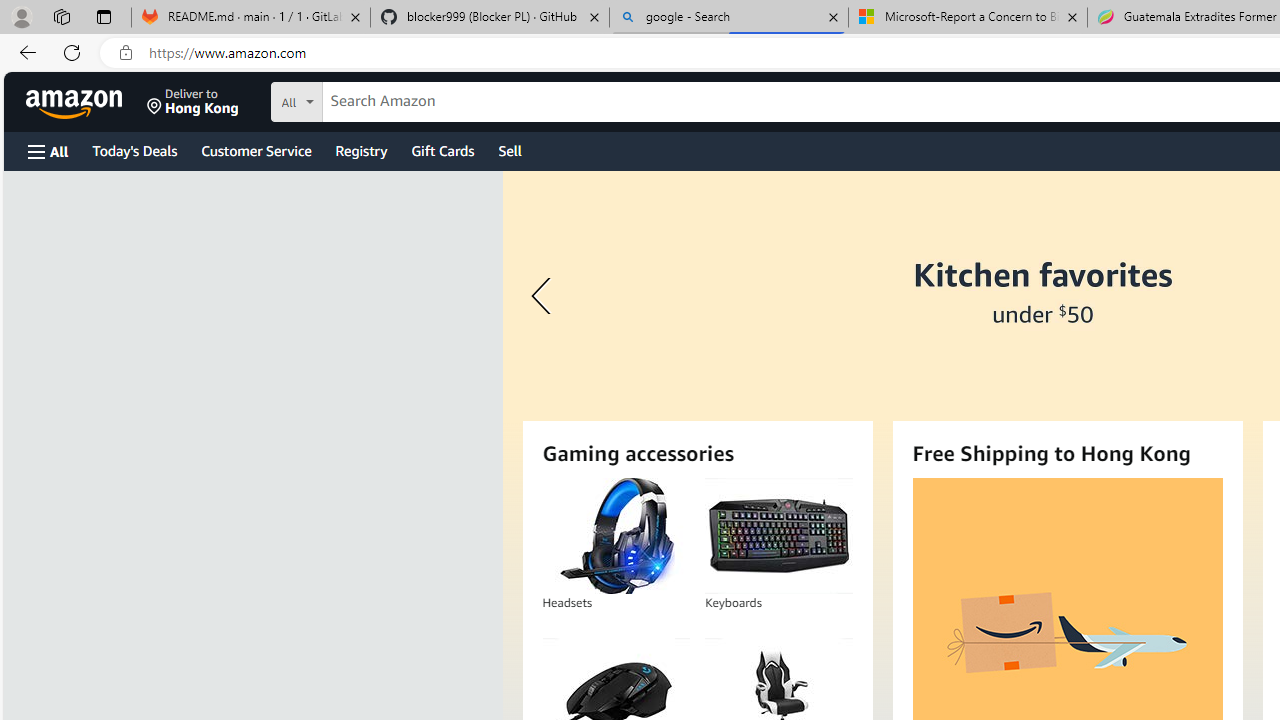 This screenshot has height=720, width=1280. I want to click on 'Headsets', so click(614, 535).